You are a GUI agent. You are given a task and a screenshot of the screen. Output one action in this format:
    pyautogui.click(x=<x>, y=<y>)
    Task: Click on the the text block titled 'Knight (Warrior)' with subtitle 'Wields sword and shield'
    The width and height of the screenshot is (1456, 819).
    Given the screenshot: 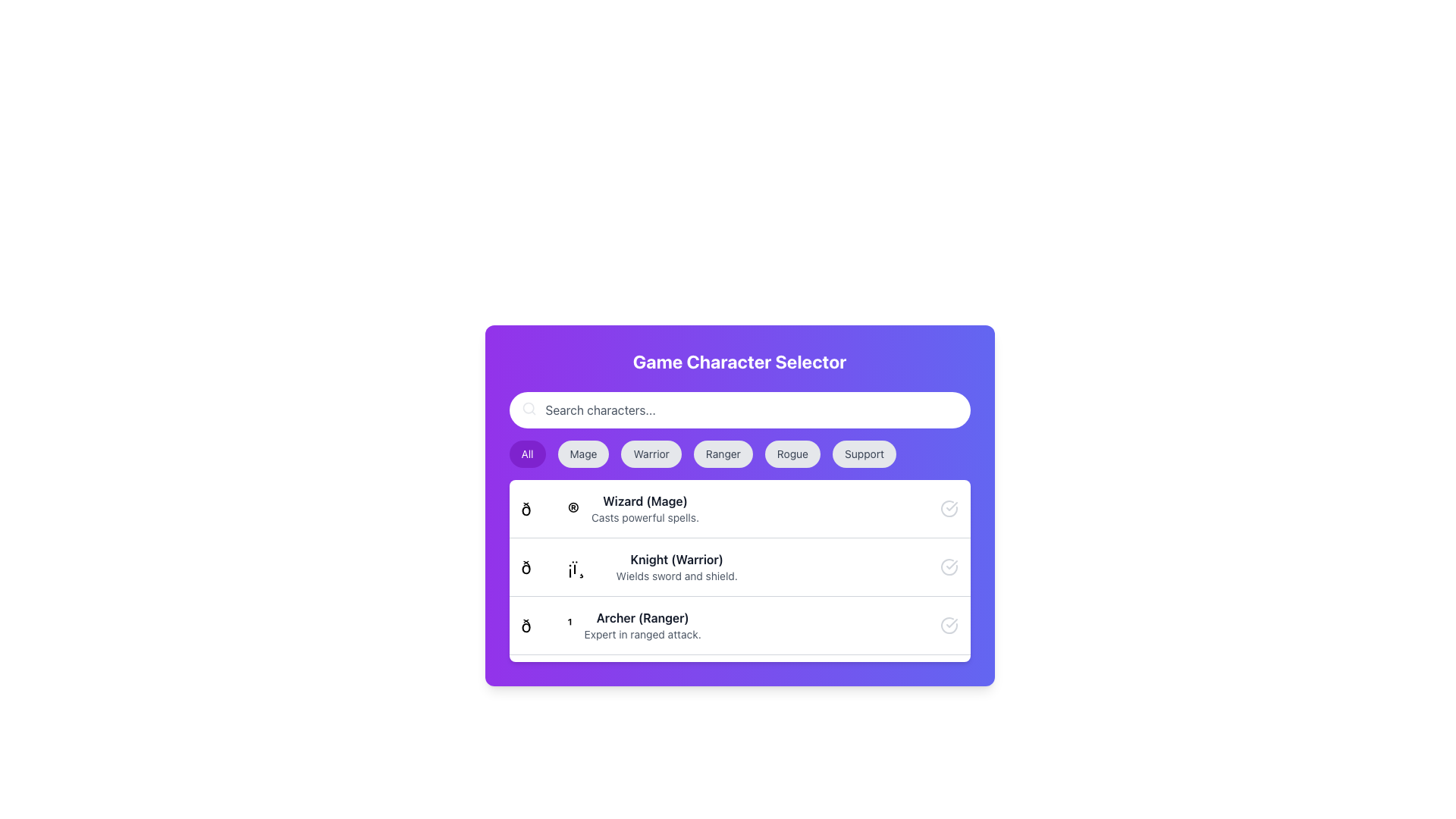 What is the action you would take?
    pyautogui.click(x=676, y=567)
    